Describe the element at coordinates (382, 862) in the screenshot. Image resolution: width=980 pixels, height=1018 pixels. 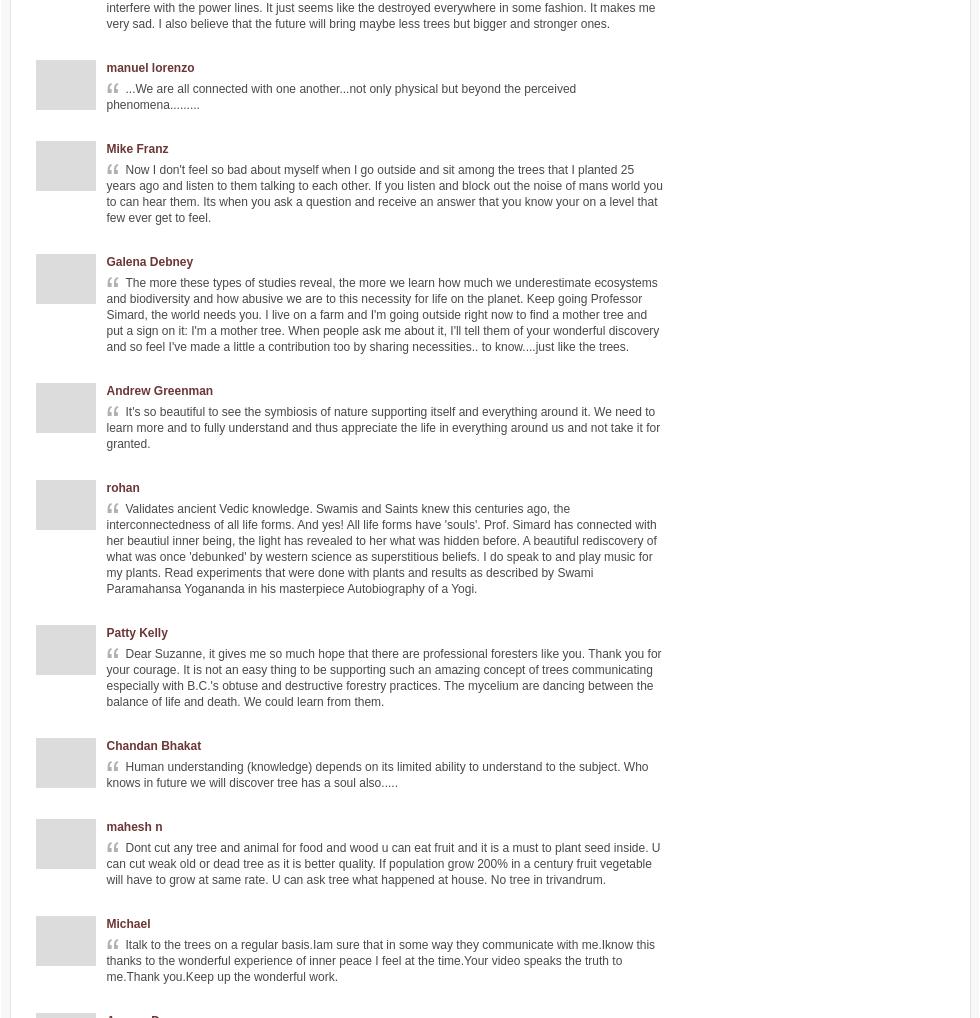
I see `'Dont cut any tree and animal for food and wood u can eat fruit and it is a must to plant seed inside. U can cut weak old or dead tree as it is better quality. If population grow 200% in a century fruit vegetable will have to grow at same rate. U can ask tree what happened at house. No tree in trivandrum.'` at that location.